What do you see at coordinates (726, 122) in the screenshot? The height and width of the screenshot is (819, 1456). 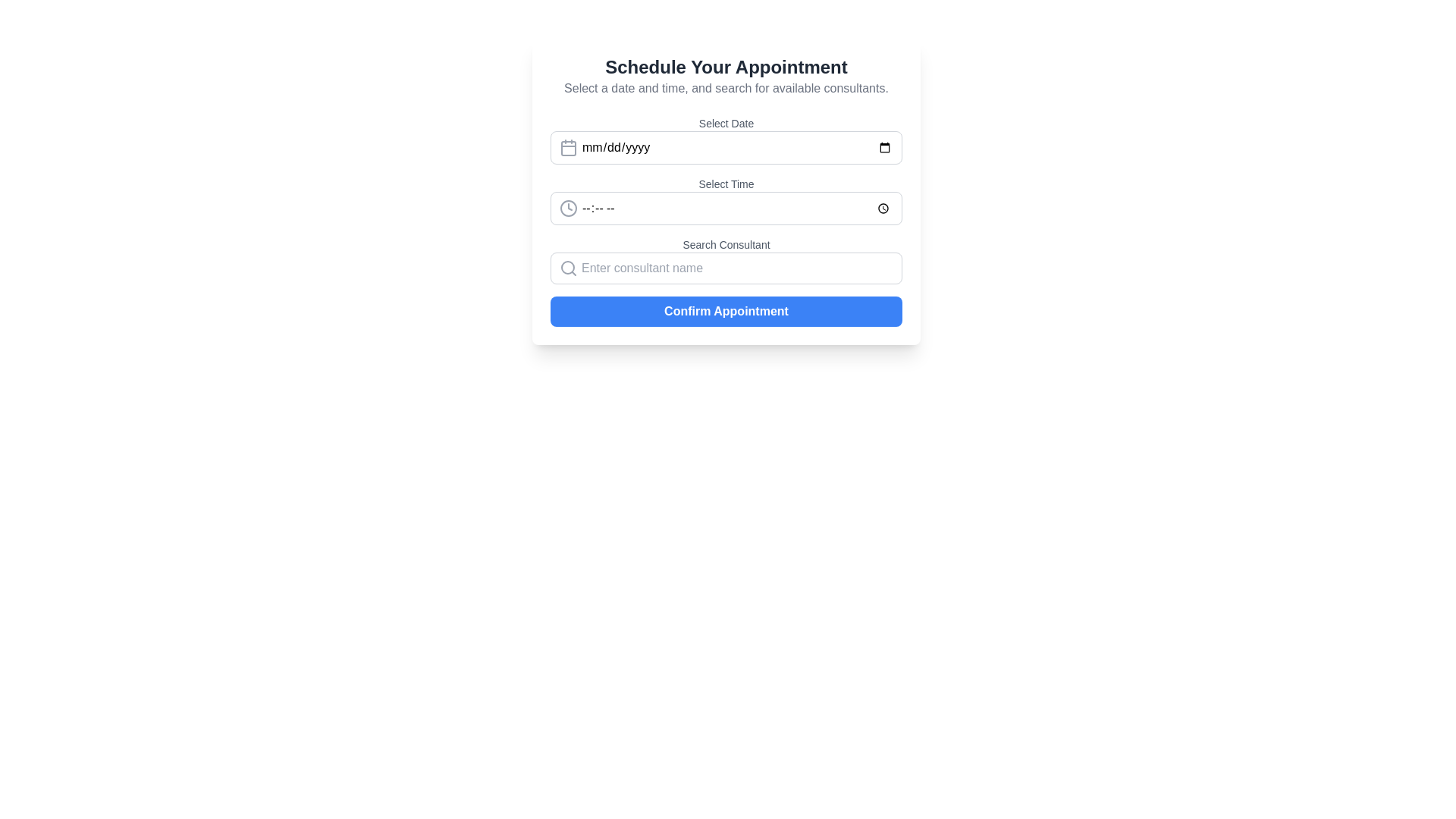 I see `the 'Select Date' text label which is positioned above the date input field in a gray color` at bounding box center [726, 122].